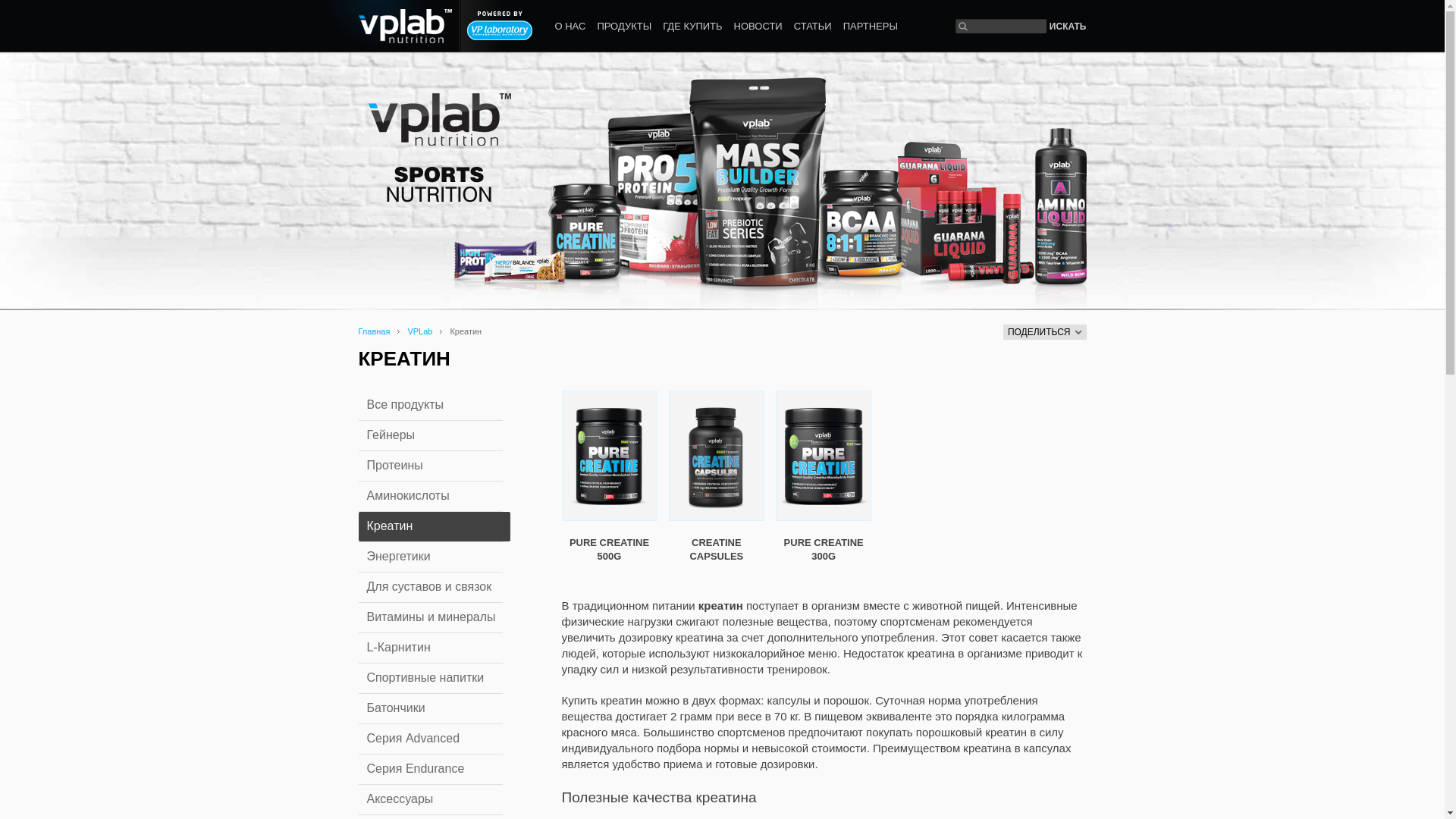 This screenshot has height=819, width=1456. I want to click on 'VPLab', so click(419, 330).